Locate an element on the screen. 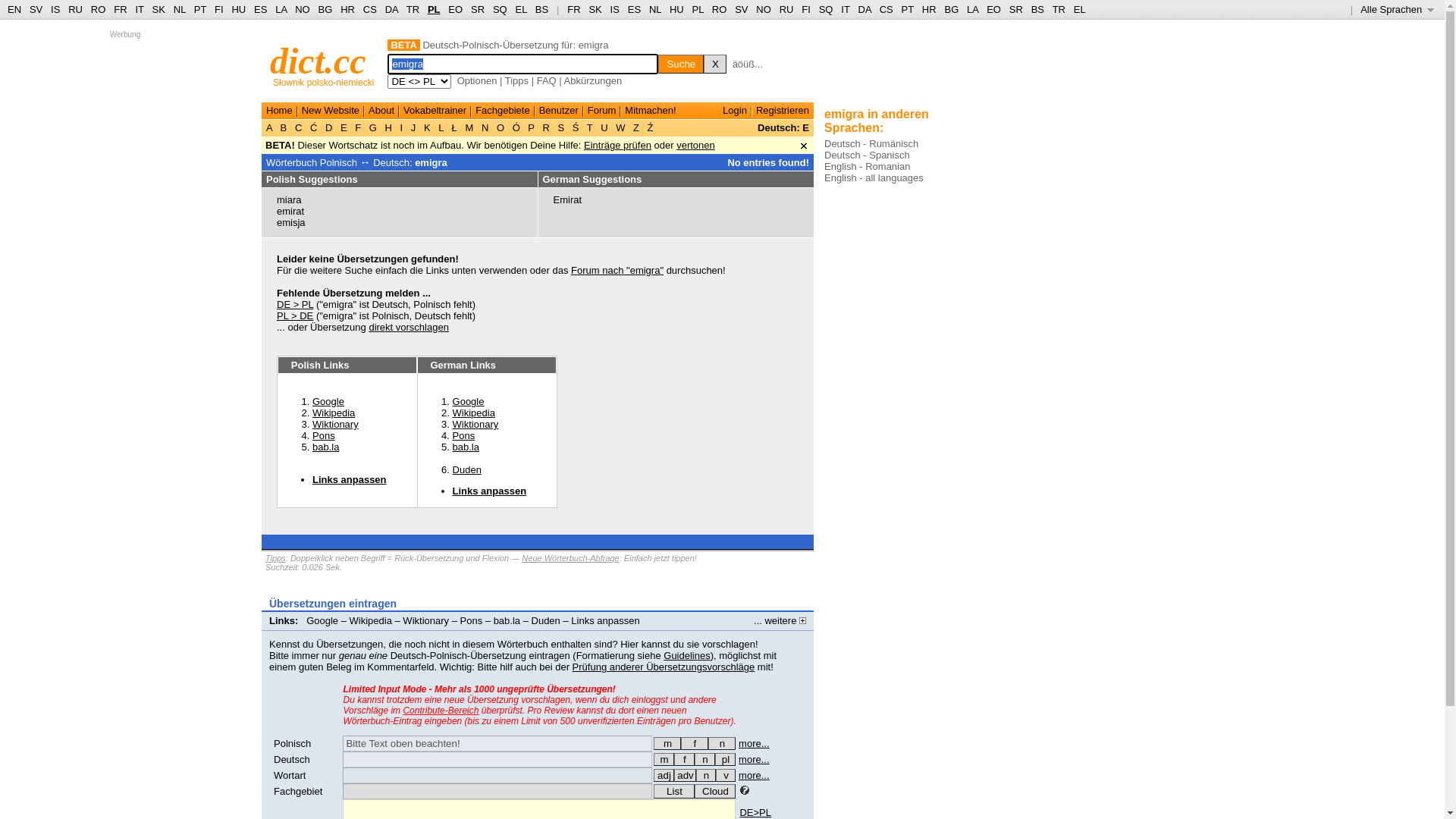  'IT' is located at coordinates (839, 9).